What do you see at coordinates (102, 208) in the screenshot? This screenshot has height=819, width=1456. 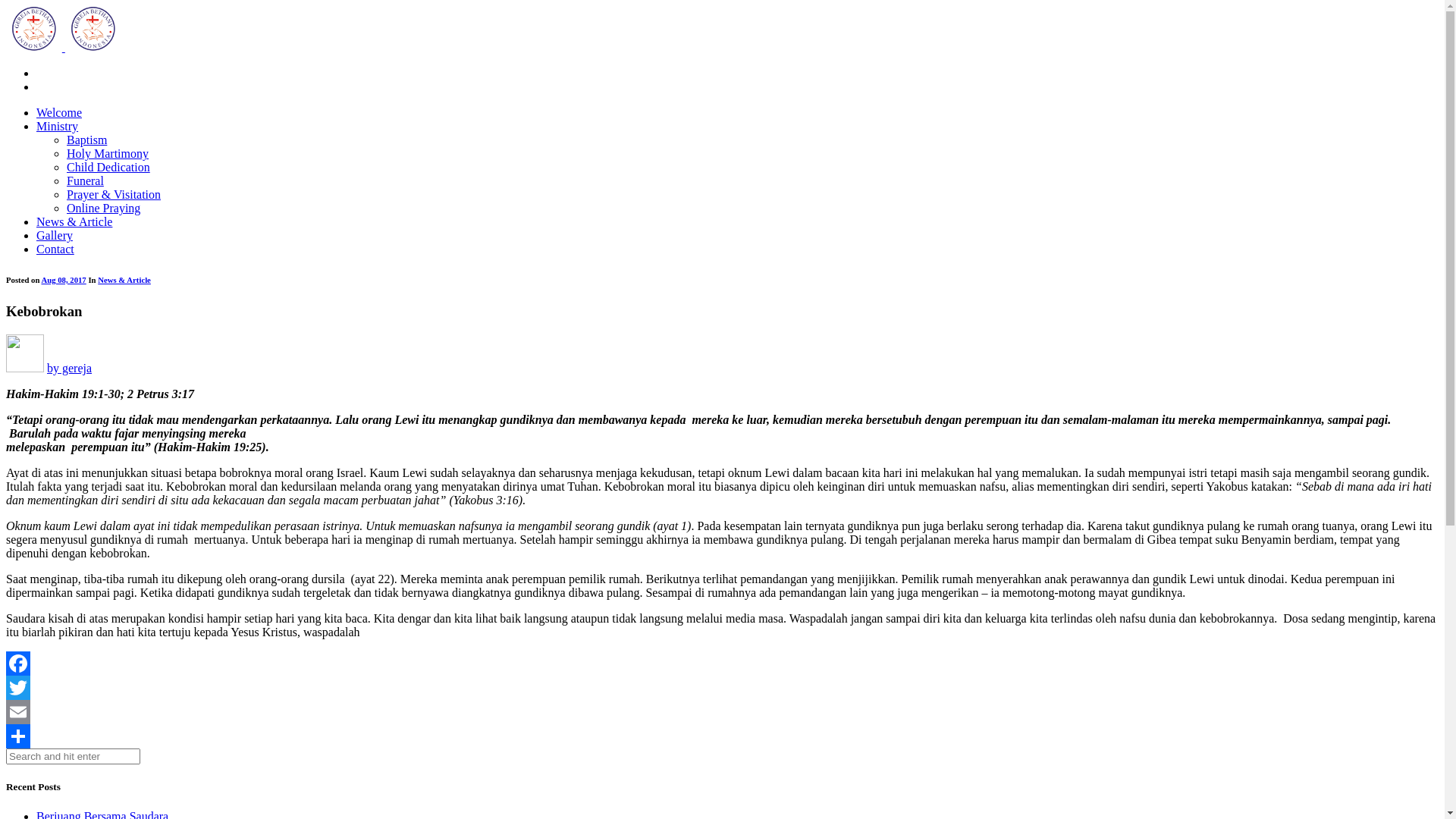 I see `'Online Praying'` at bounding box center [102, 208].